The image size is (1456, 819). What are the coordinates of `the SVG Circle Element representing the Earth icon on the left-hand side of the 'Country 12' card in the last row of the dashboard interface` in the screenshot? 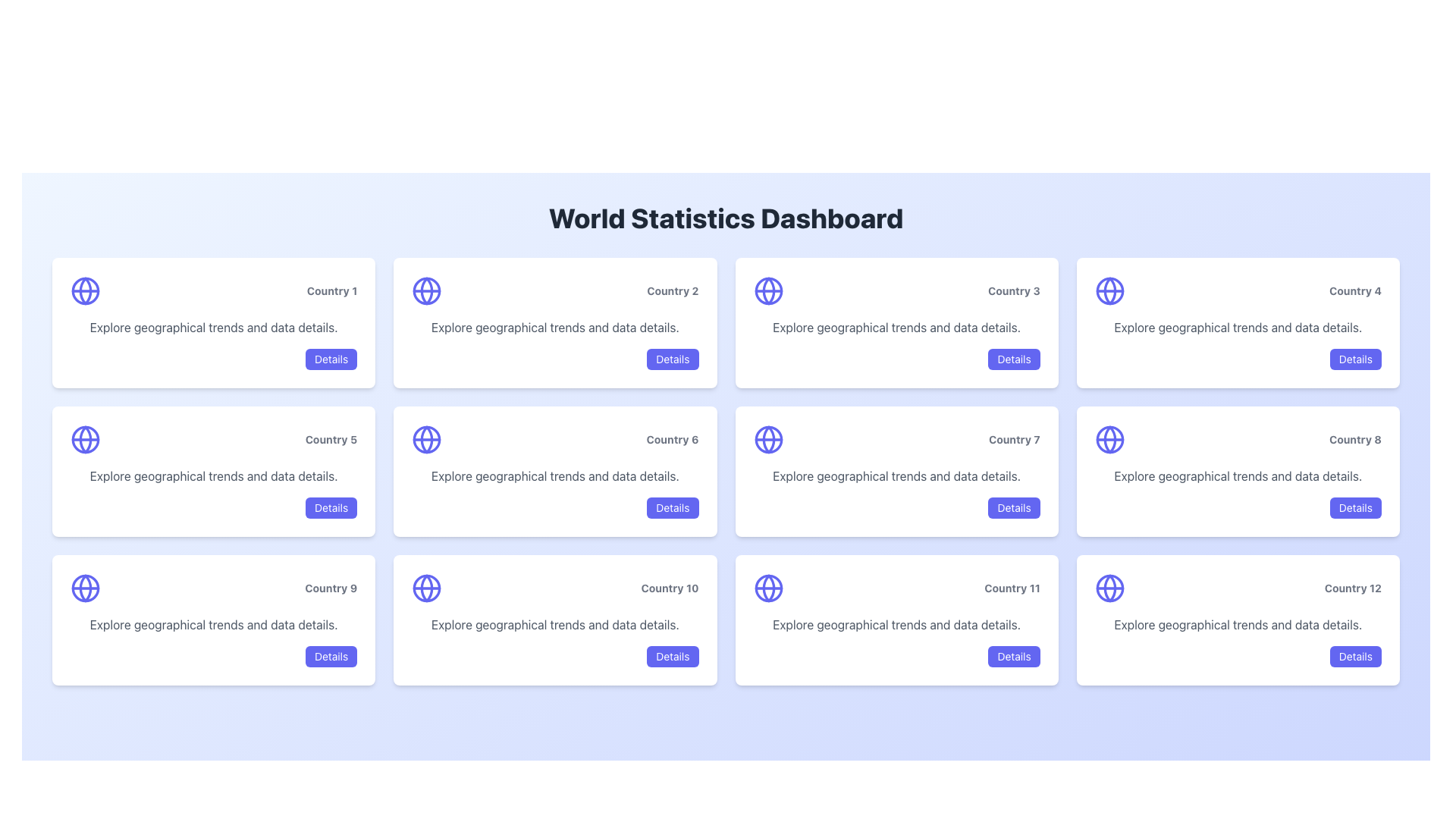 It's located at (1109, 587).